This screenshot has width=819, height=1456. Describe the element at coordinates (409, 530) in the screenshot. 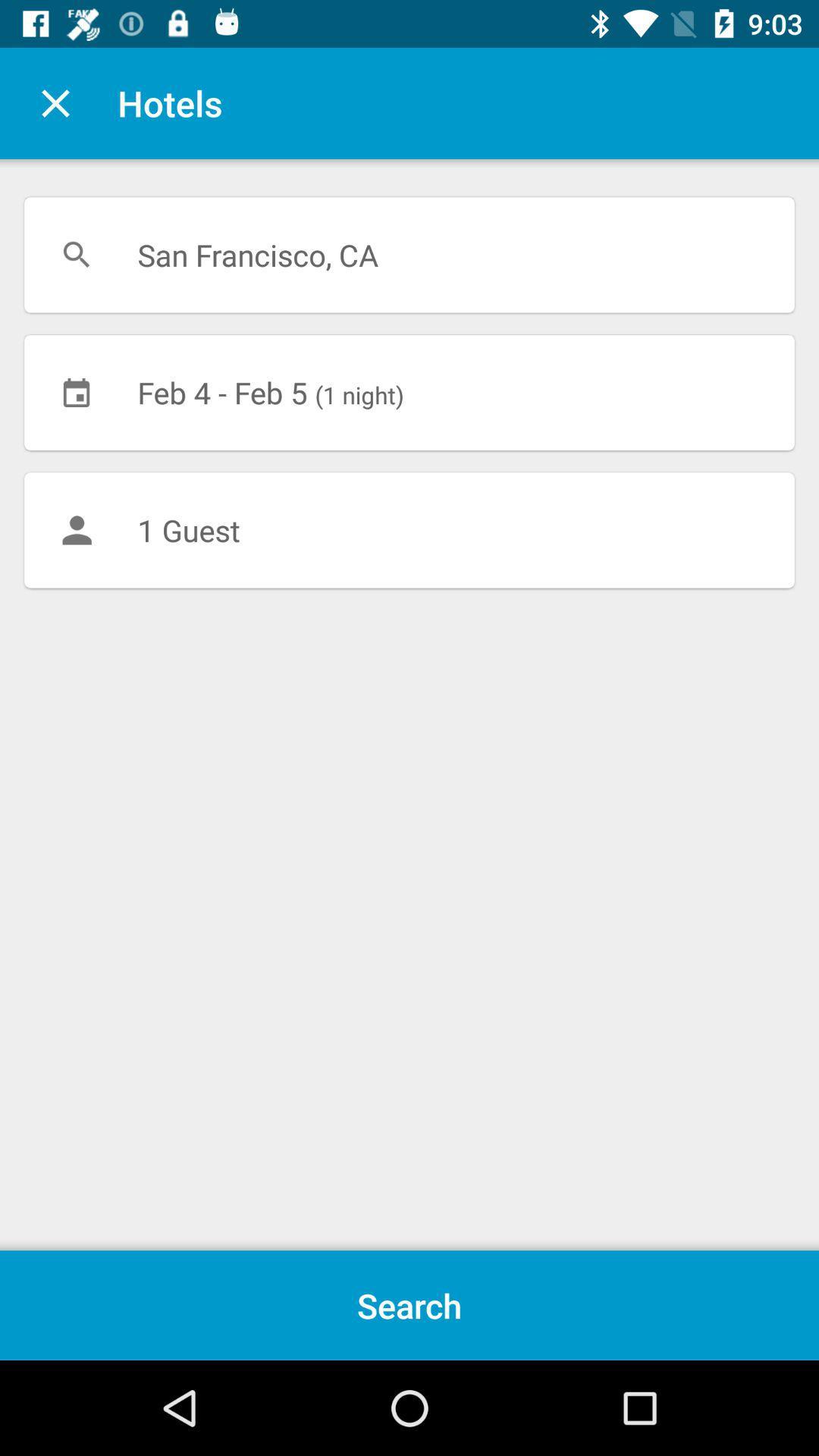

I see `1 guest icon` at that location.